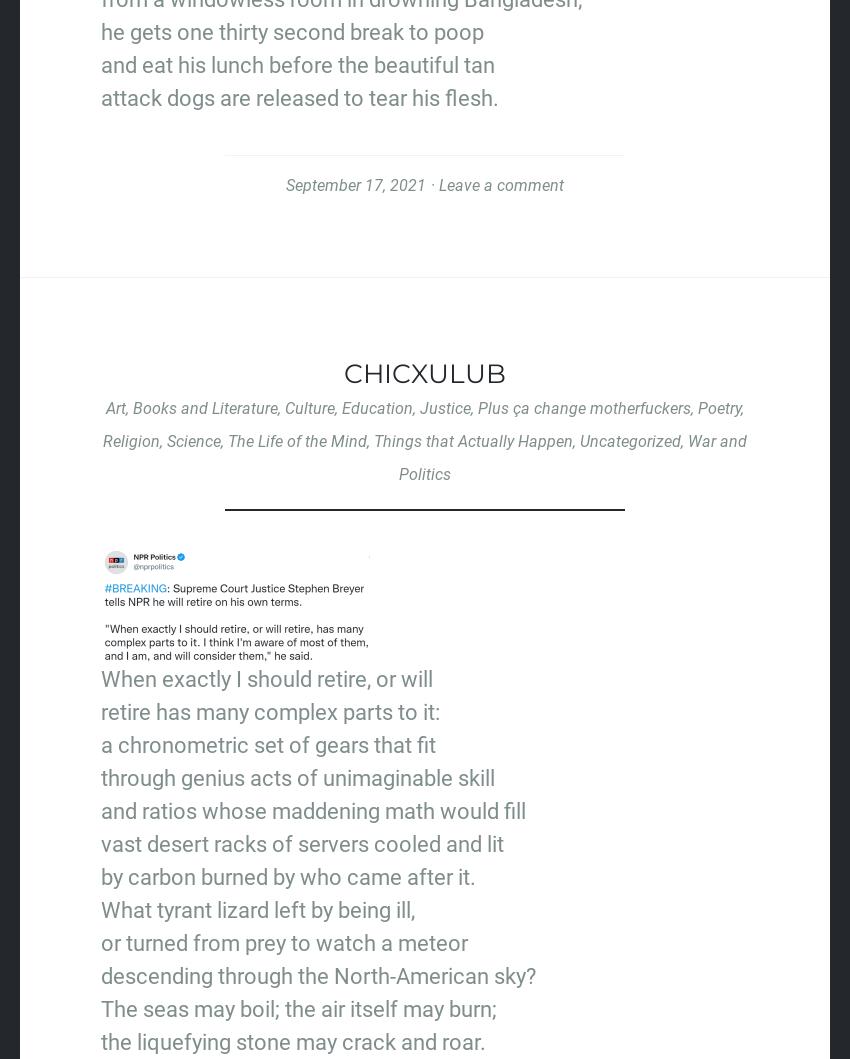 The width and height of the screenshot is (850, 1059). I want to click on 'Art', so click(115, 406).